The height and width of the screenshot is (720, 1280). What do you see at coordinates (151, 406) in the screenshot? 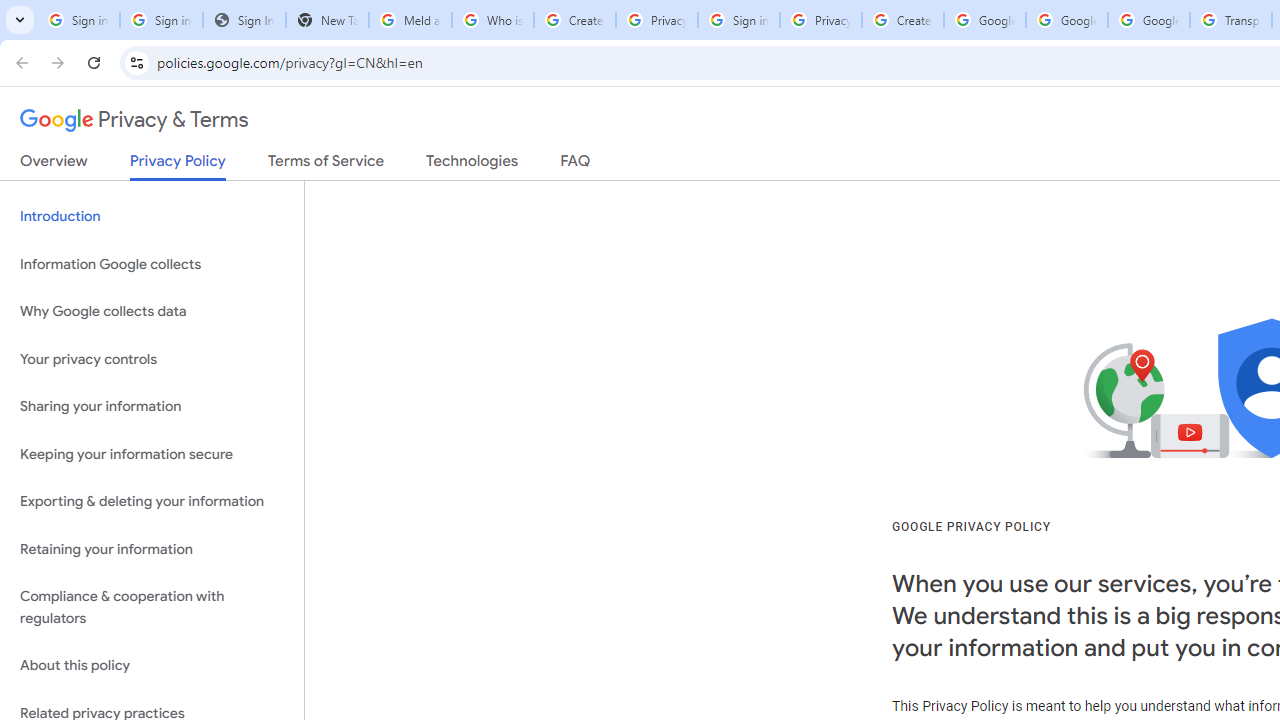
I see `'Sharing your information'` at bounding box center [151, 406].